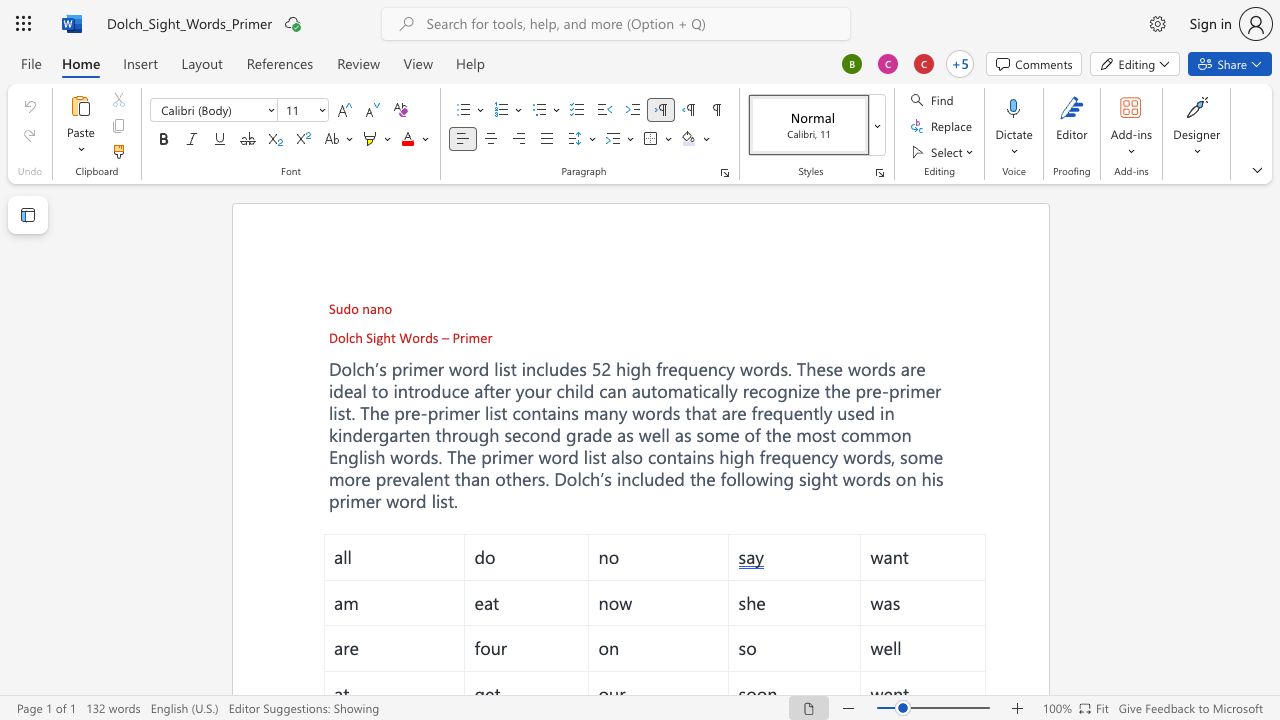  What do you see at coordinates (869, 391) in the screenshot?
I see `the 12th character "r" in the text` at bounding box center [869, 391].